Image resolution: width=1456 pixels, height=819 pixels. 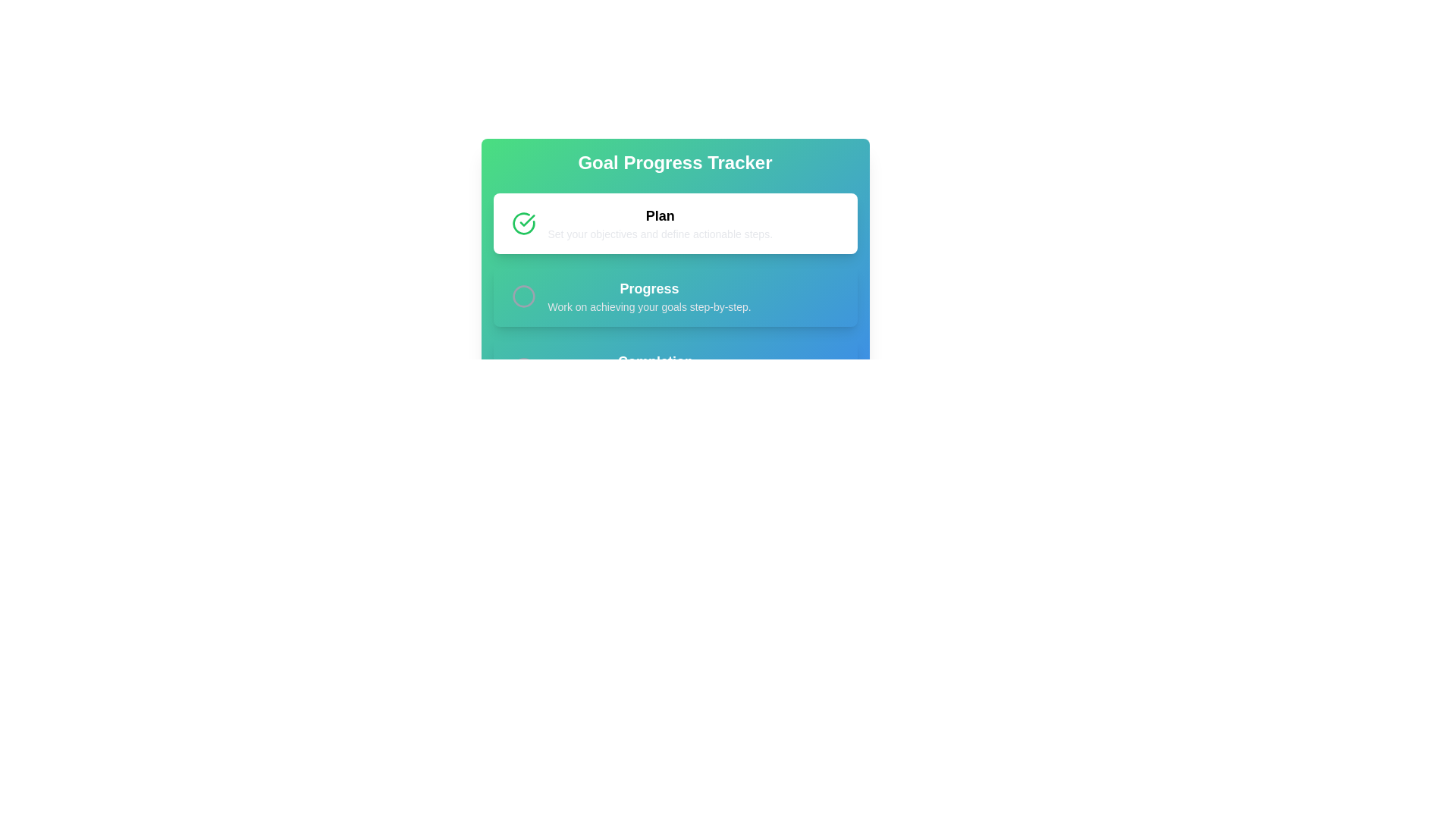 I want to click on prominently displayed title text 'Goal Progress Tracker' which is styled with a bold font and larger size, located at the center of the gradient-colored background header of the card, so click(x=674, y=163).